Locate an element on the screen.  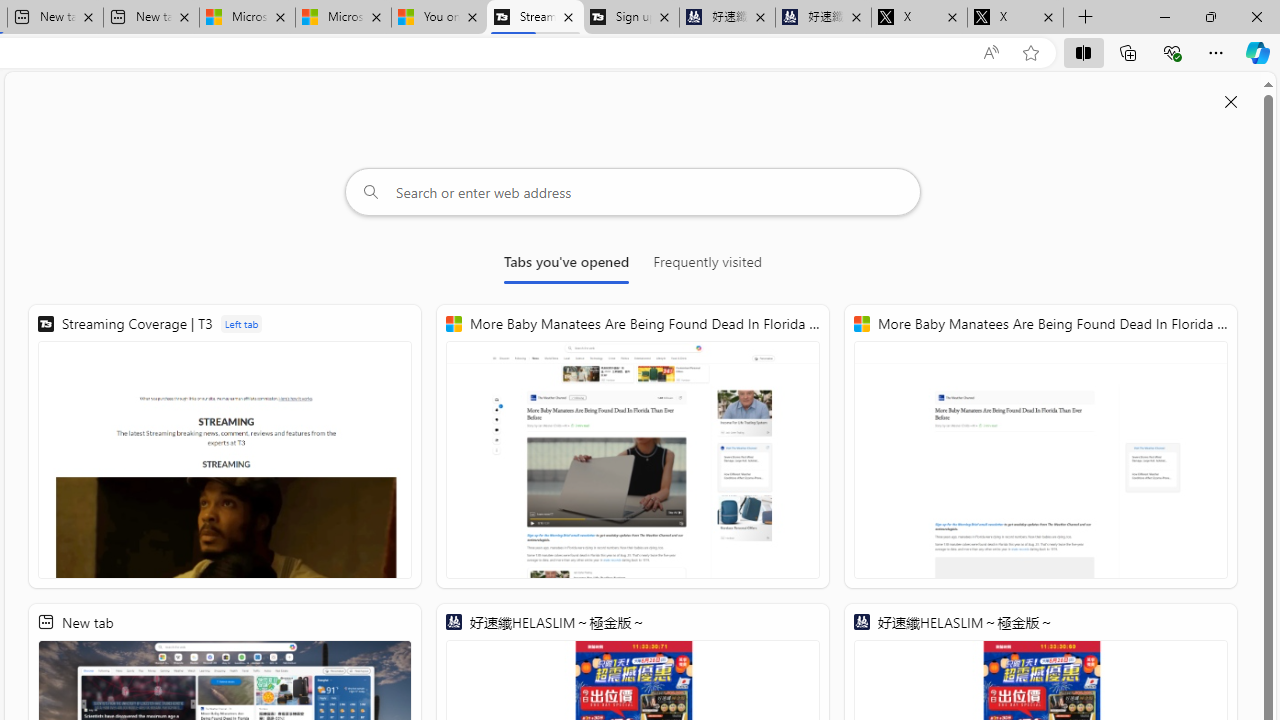
'New Tab' is located at coordinates (1085, 17).